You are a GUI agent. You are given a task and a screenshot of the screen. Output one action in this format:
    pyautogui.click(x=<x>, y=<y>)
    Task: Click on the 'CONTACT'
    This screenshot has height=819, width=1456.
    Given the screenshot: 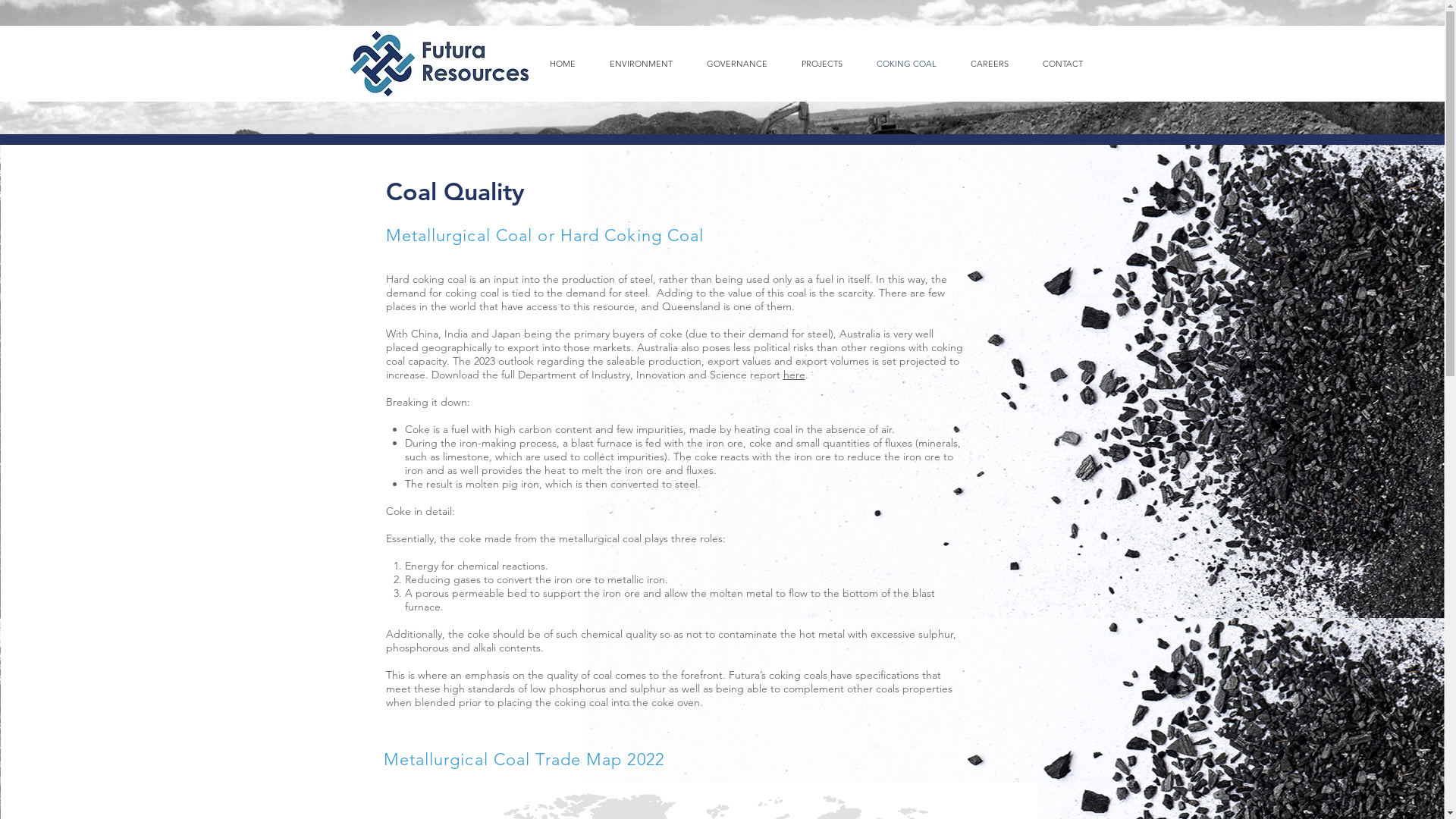 What is the action you would take?
    pyautogui.click(x=1025, y=63)
    